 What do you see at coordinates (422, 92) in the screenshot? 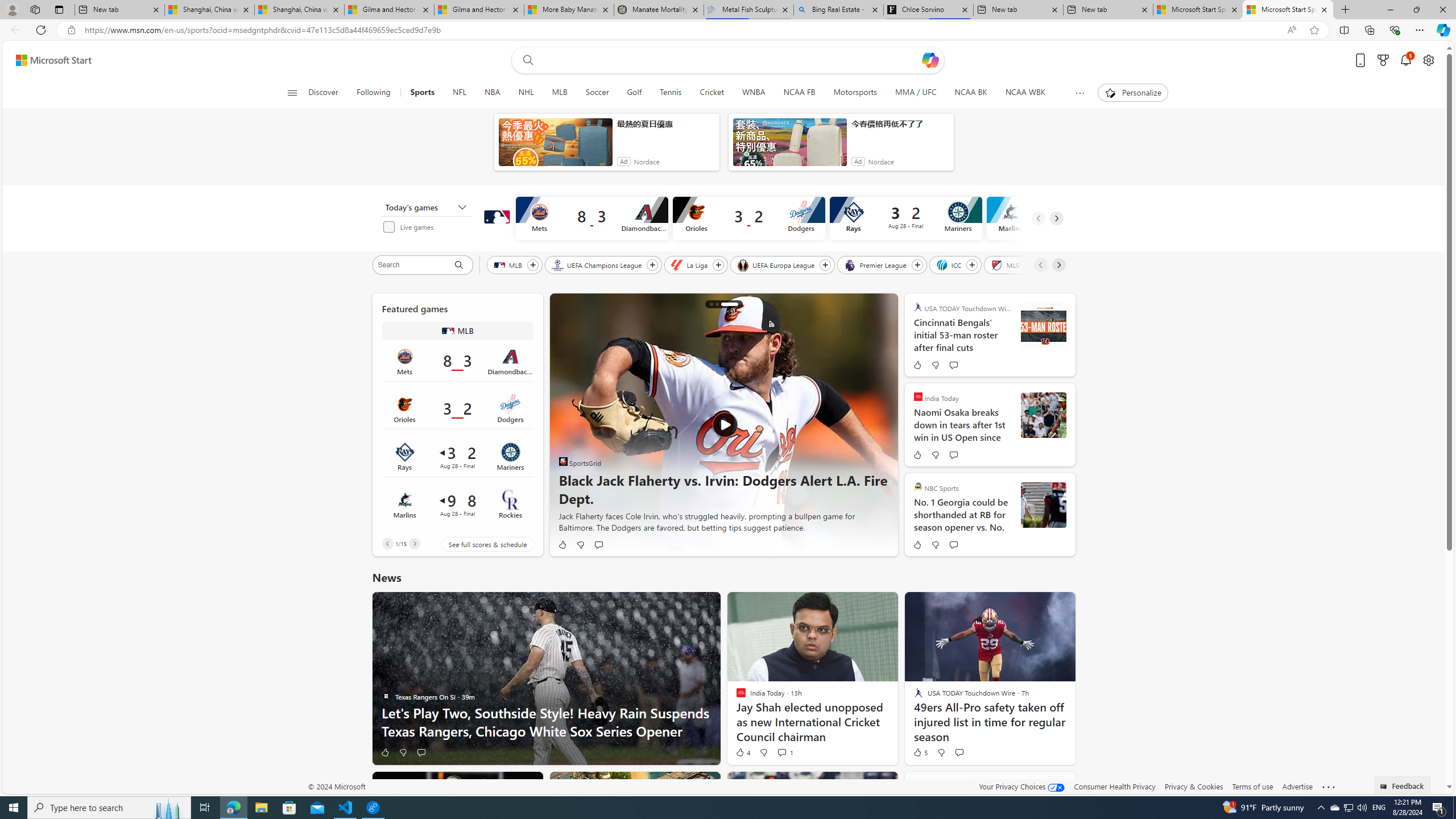
I see `'Sports'` at bounding box center [422, 92].